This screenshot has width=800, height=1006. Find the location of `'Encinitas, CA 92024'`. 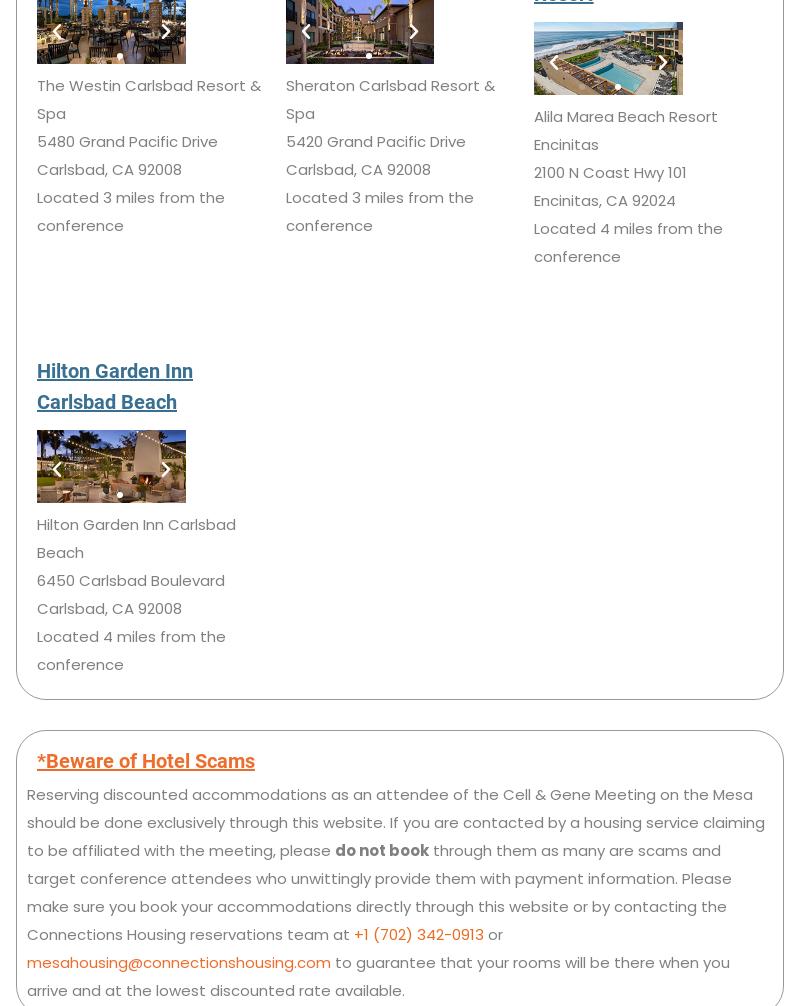

'Encinitas, CA 92024' is located at coordinates (534, 199).